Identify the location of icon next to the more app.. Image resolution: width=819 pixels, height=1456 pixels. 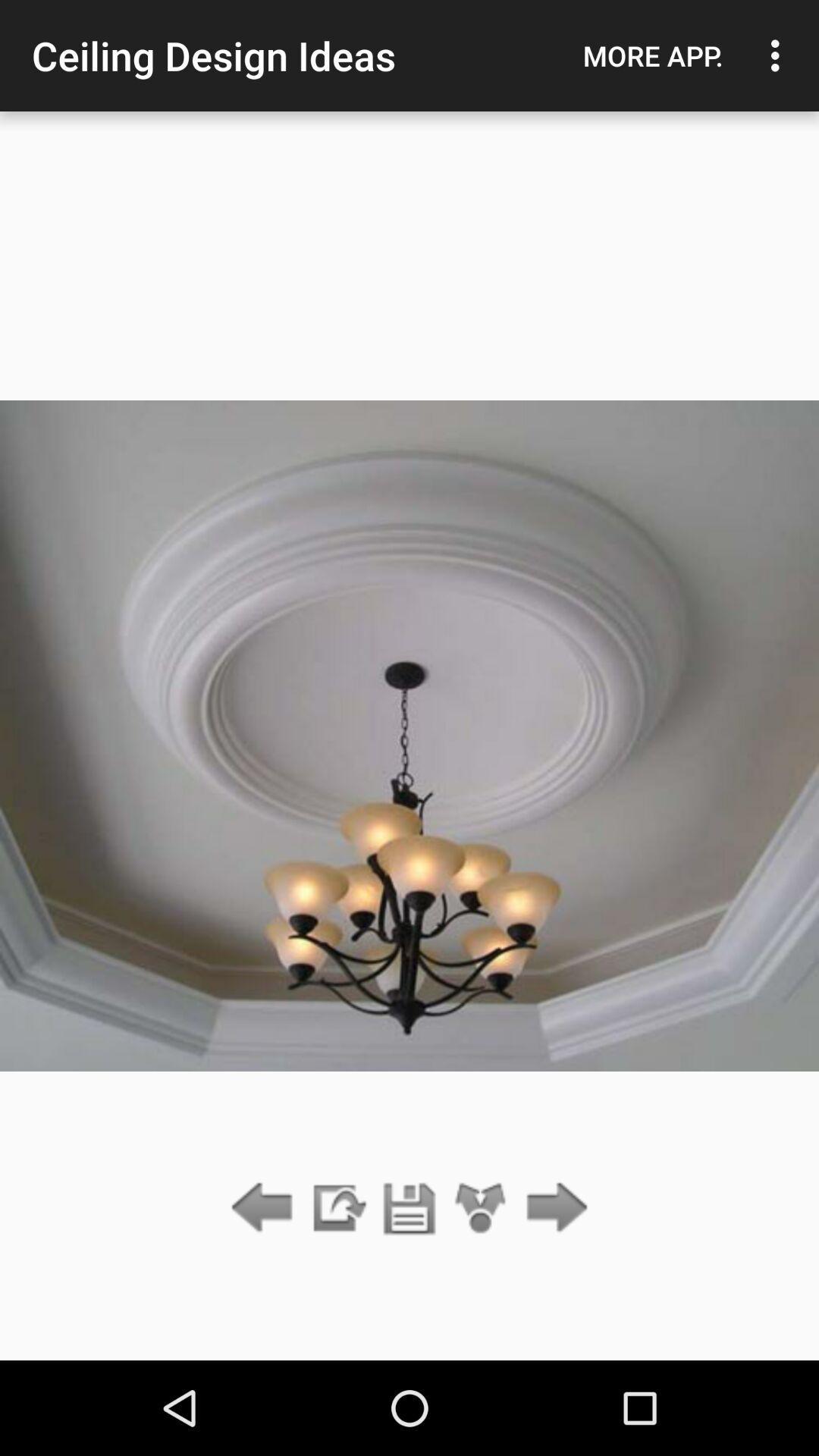
(779, 55).